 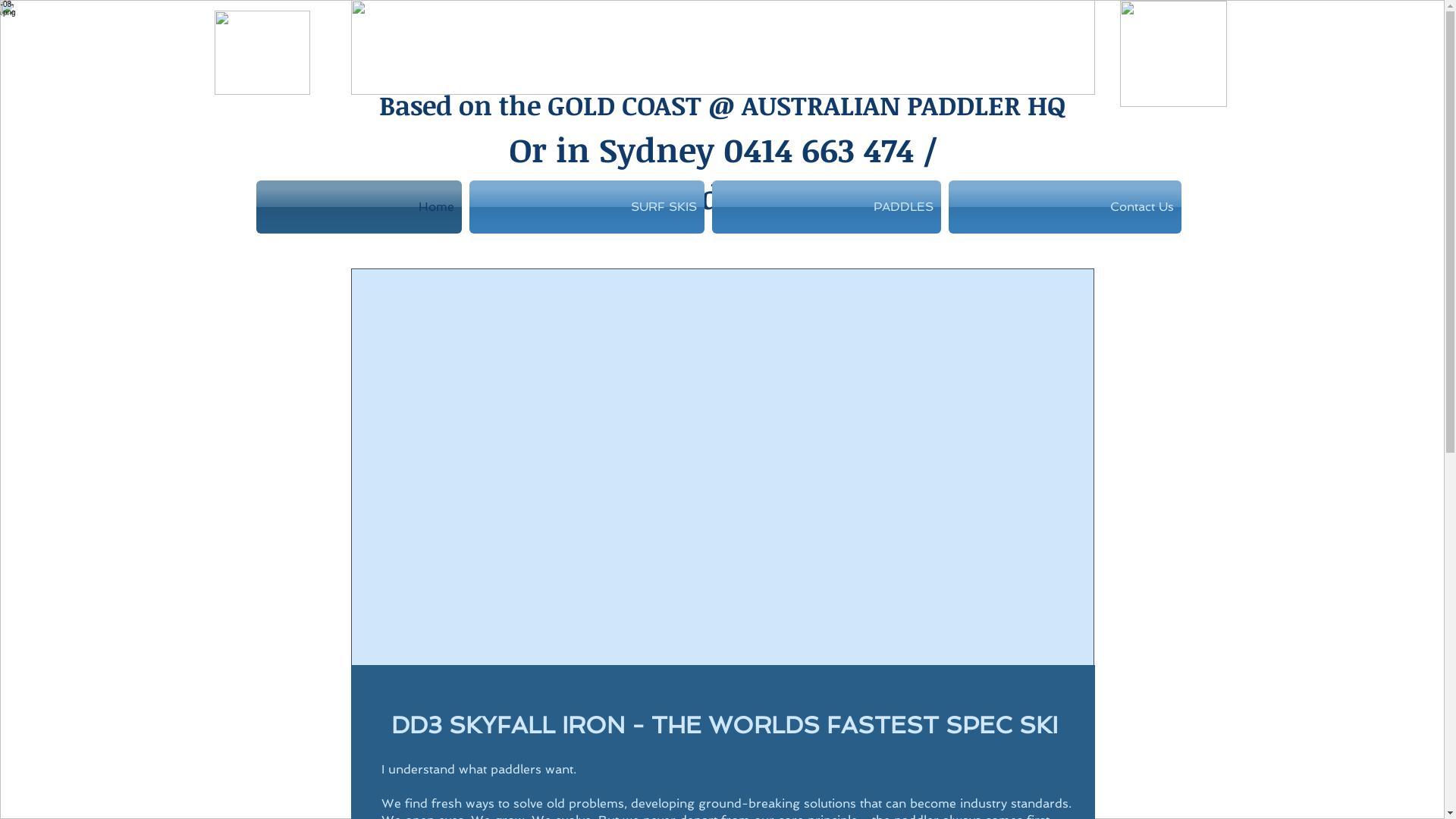 I want to click on 'Contact Us', so click(x=1062, y=207).